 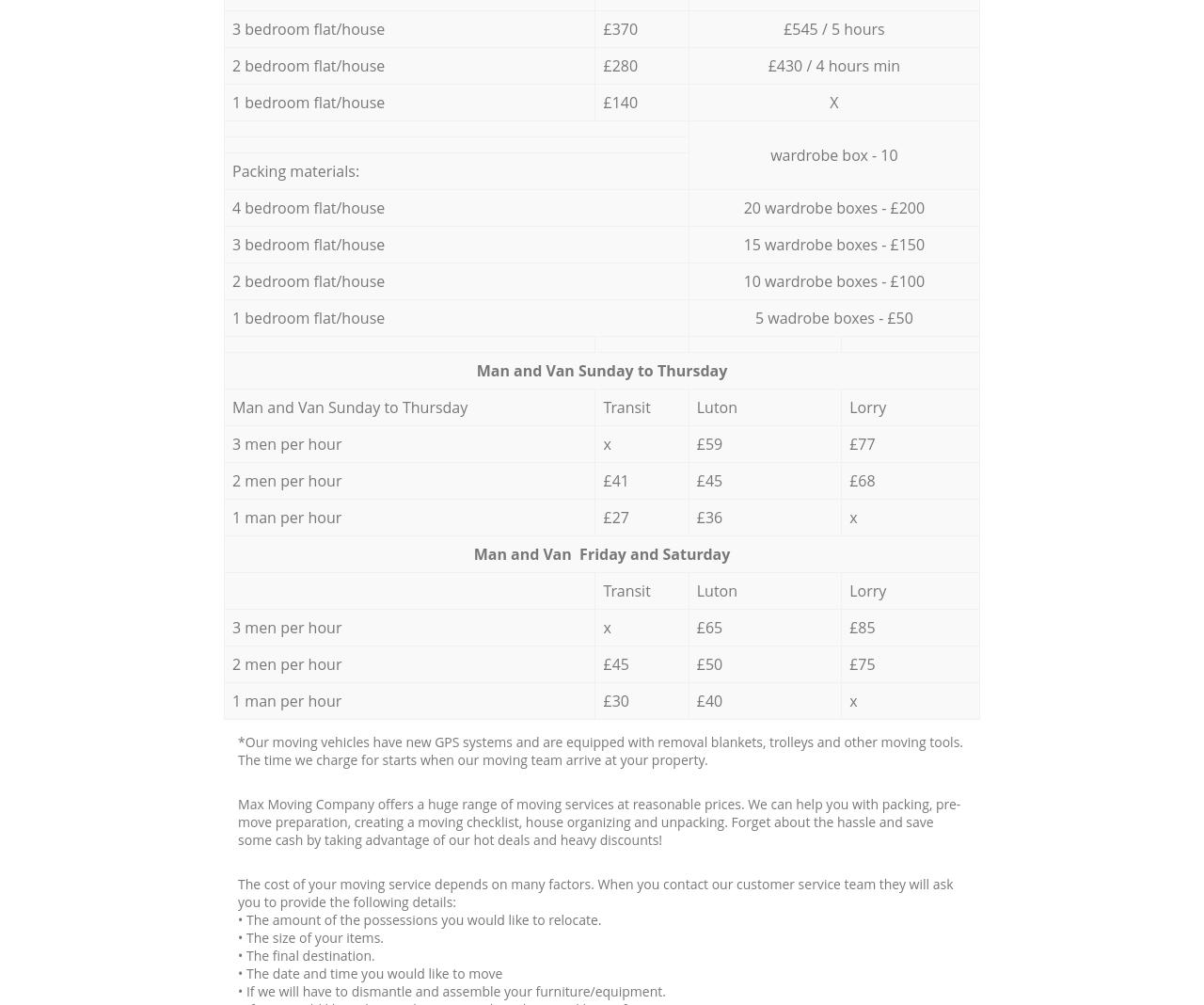 I want to click on 'Max Moving Company offers a huge range of moving services at reasonable prices. We can help you with packing, pre-move preparation, creating a moving checklist, house organizing and unpacking. Forget about the hassle and save some cash by taking advantage of our hot deals and heavy discounts!', so click(x=237, y=820).